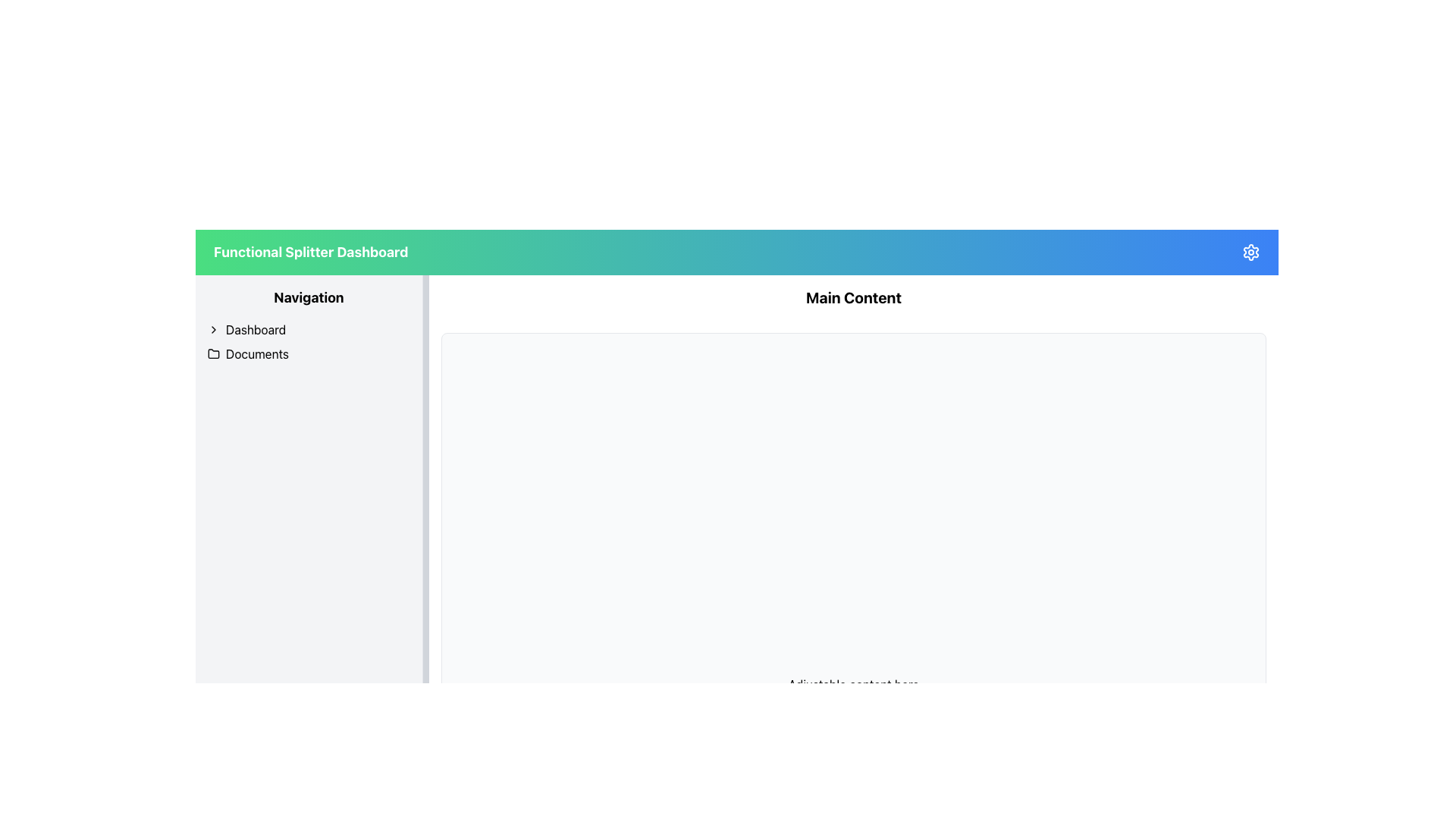  I want to click on bold text label 'Main Content' which is prominently displayed in the center of the header section, so click(854, 298).